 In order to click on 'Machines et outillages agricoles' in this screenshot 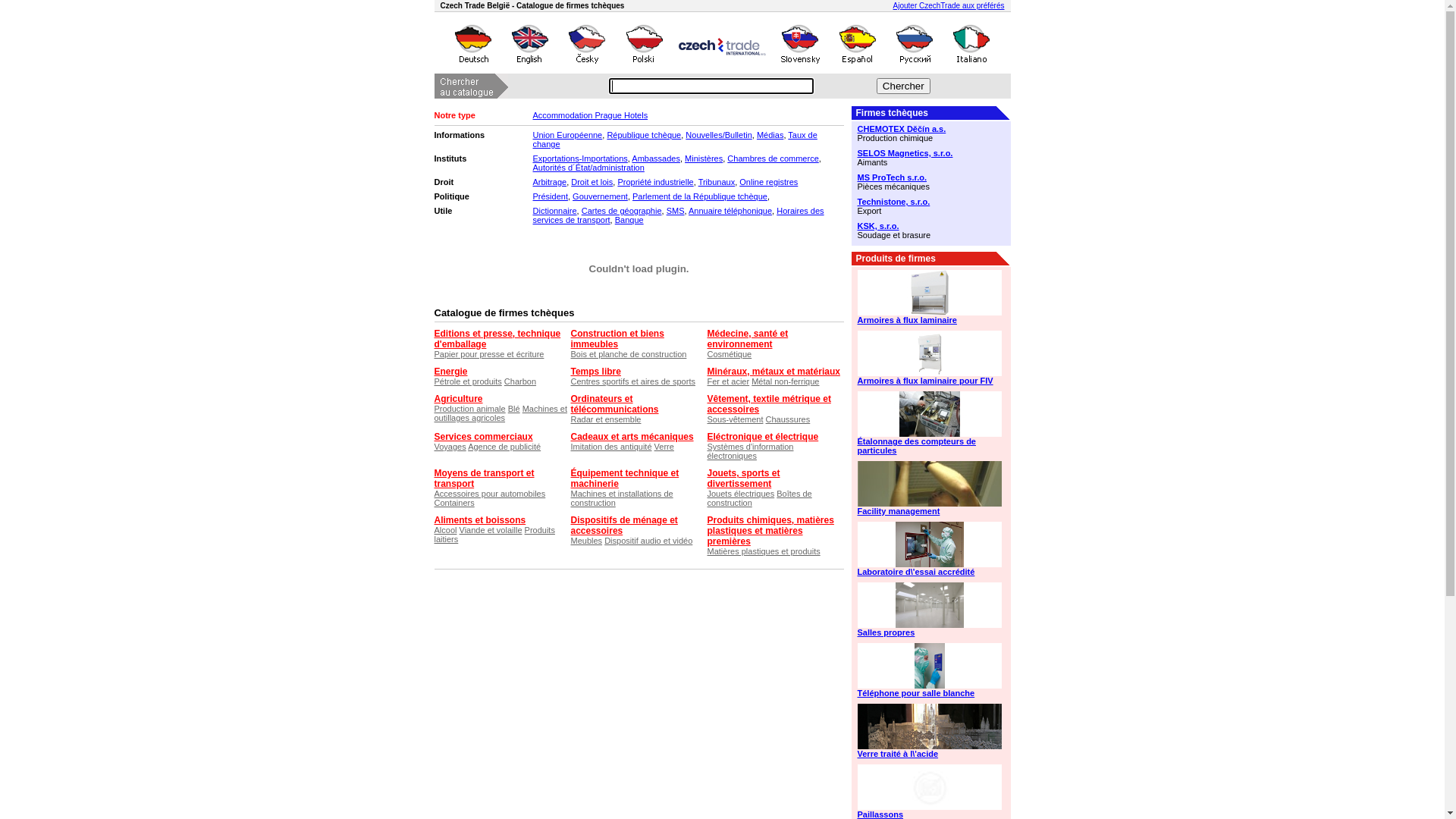, I will do `click(500, 413)`.